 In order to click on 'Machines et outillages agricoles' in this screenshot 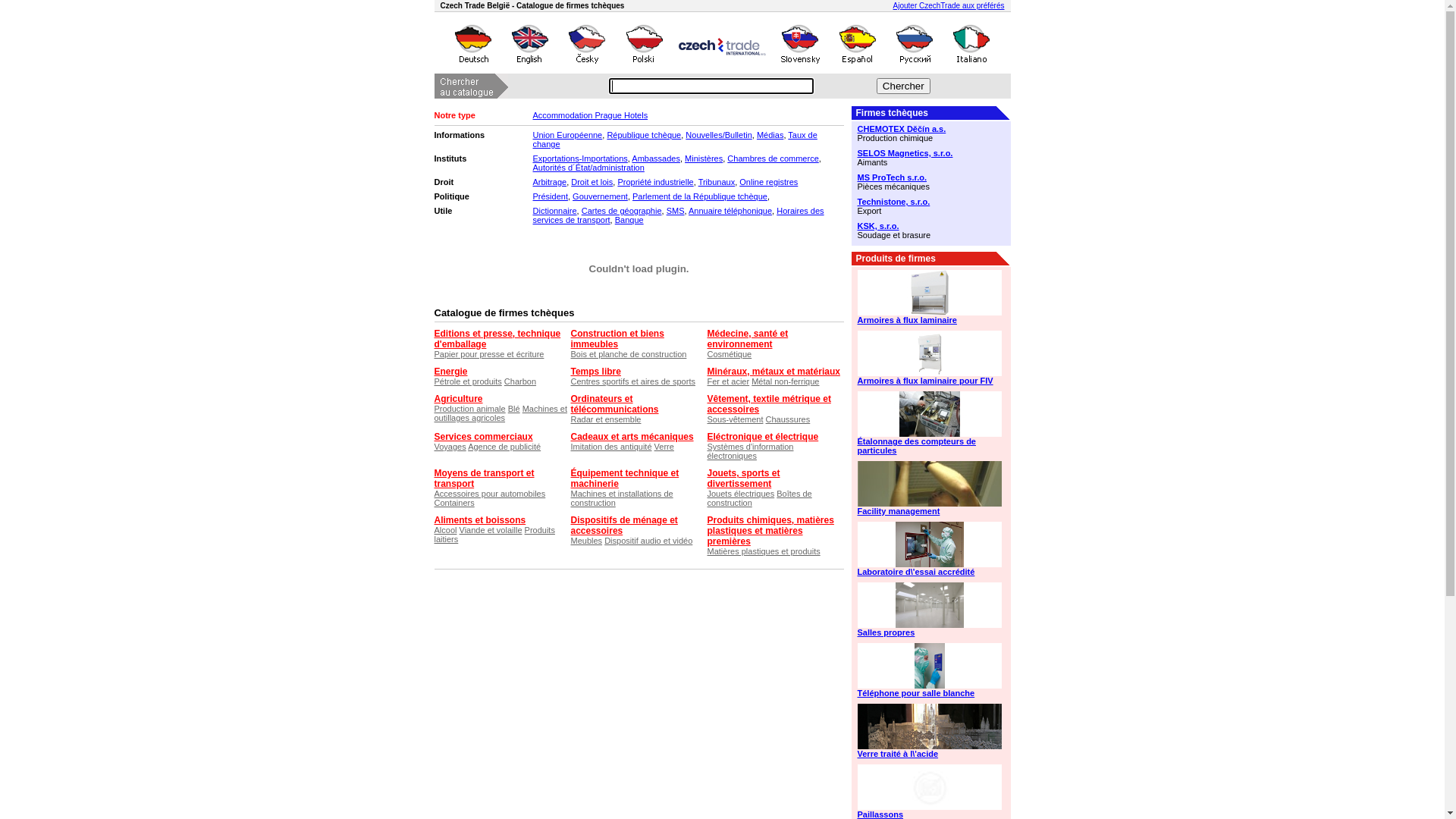, I will do `click(500, 413)`.